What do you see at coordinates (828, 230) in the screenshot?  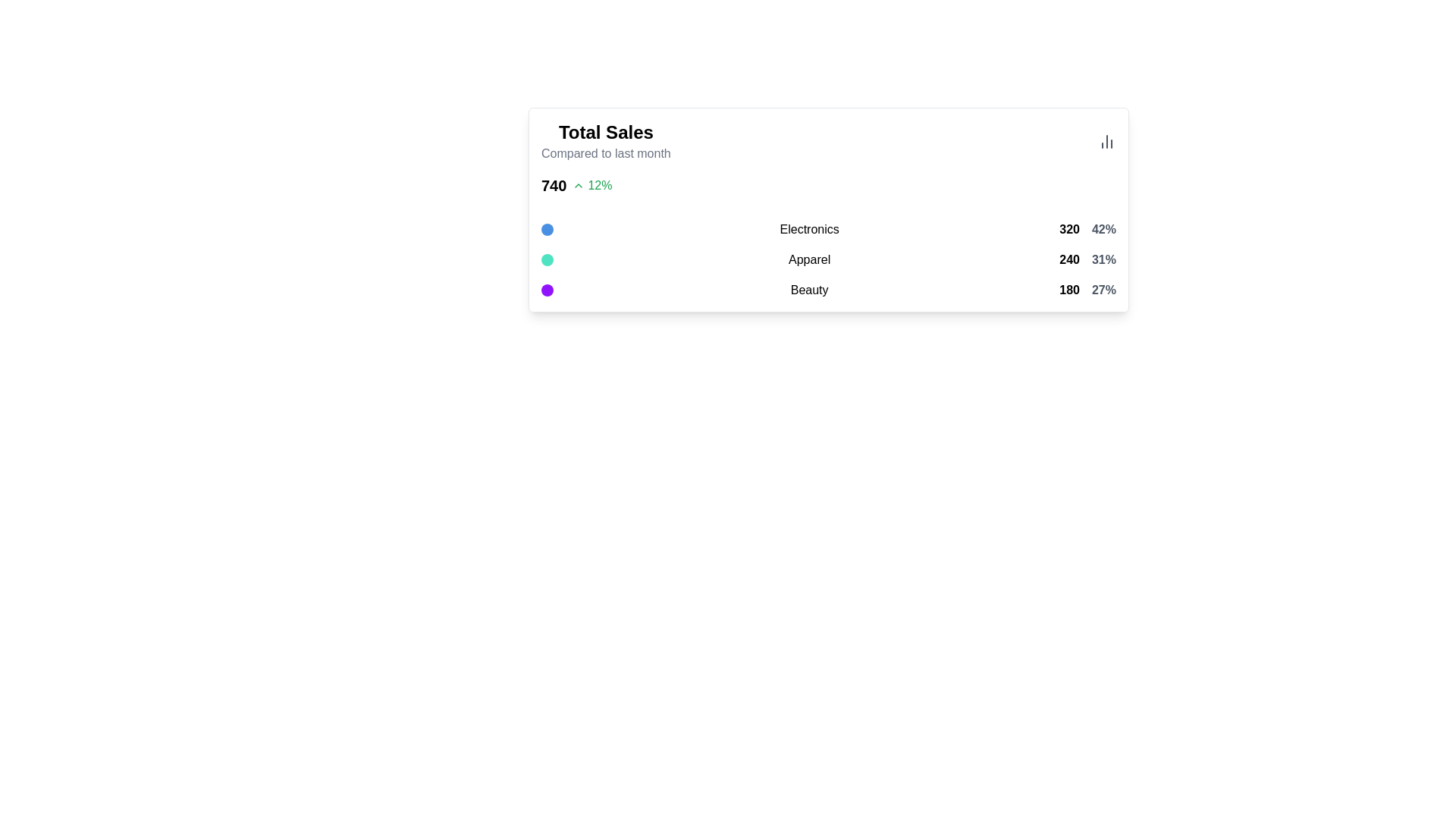 I see `data details from the first horizontal list entry in the summary chart for the 'Electronics' category, which indicates a count of '320' and a percentage contribution of '42%'` at bounding box center [828, 230].